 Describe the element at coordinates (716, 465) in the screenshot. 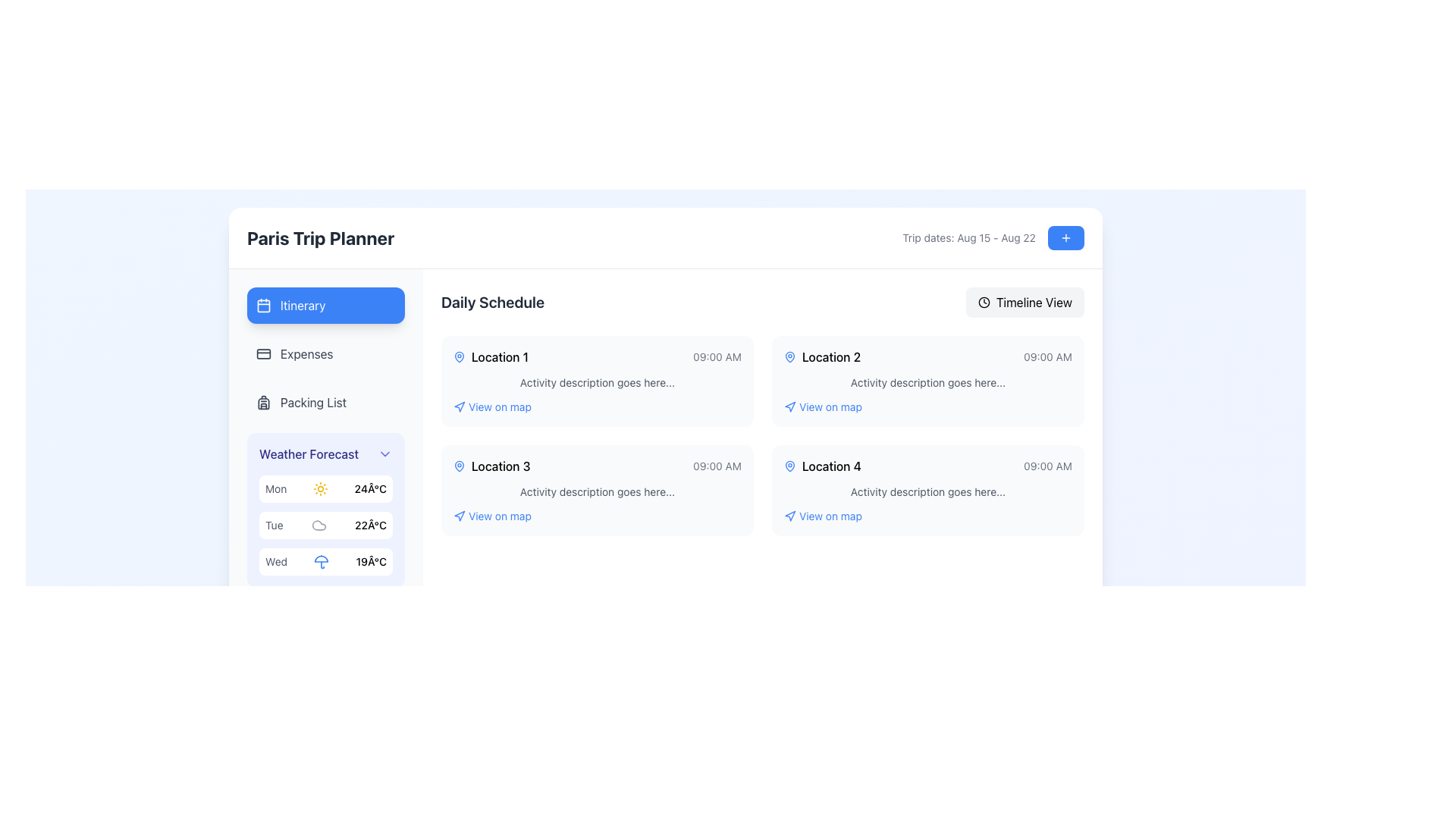

I see `time displayed in the text label next to 'Location 3' in the 'Daily Schedule' section of the 'Paris Trip Planner' interface` at that location.